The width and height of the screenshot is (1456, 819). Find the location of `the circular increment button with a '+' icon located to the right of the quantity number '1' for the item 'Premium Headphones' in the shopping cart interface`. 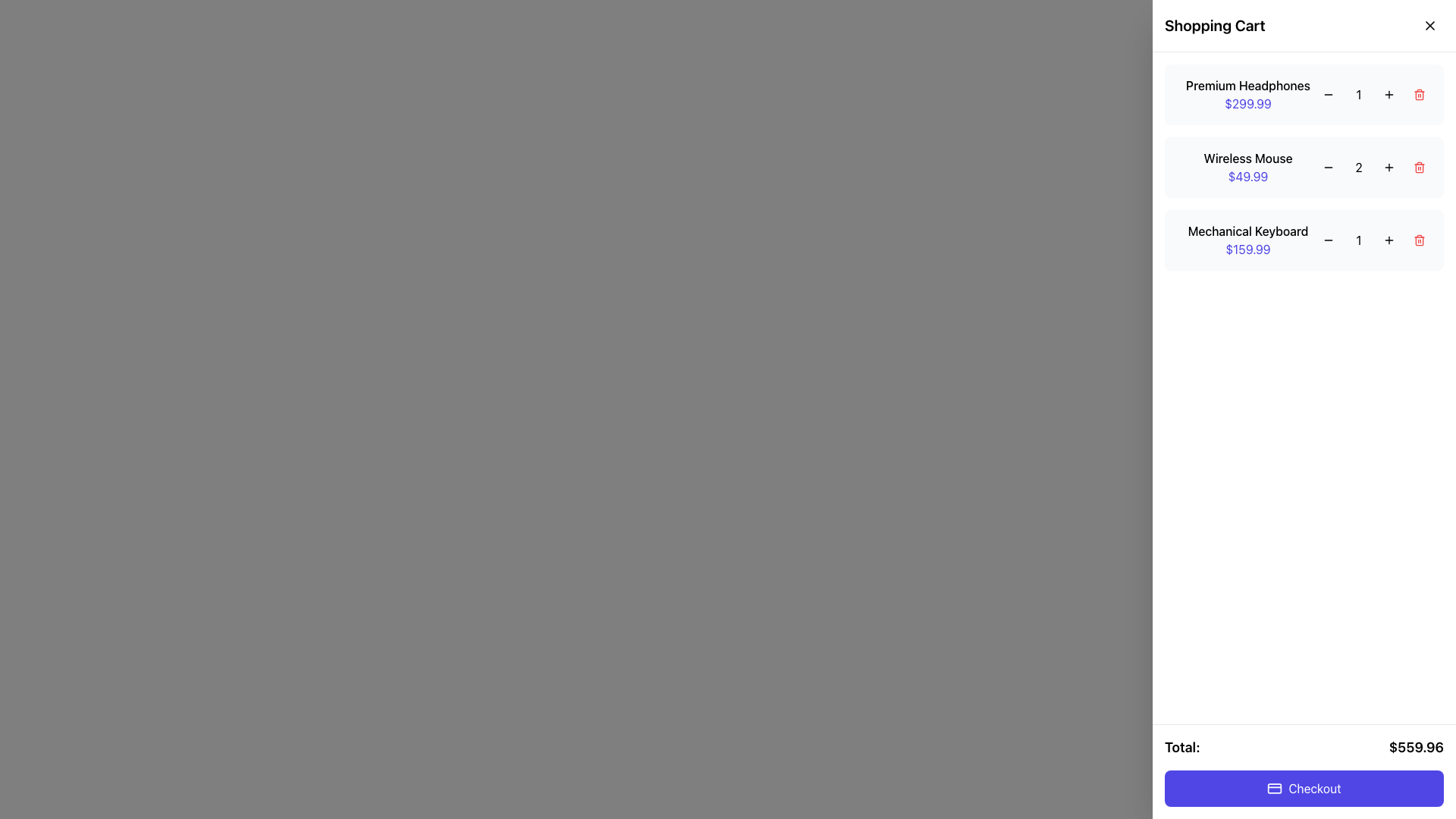

the circular increment button with a '+' icon located to the right of the quantity number '1' for the item 'Premium Headphones' in the shopping cart interface is located at coordinates (1389, 94).